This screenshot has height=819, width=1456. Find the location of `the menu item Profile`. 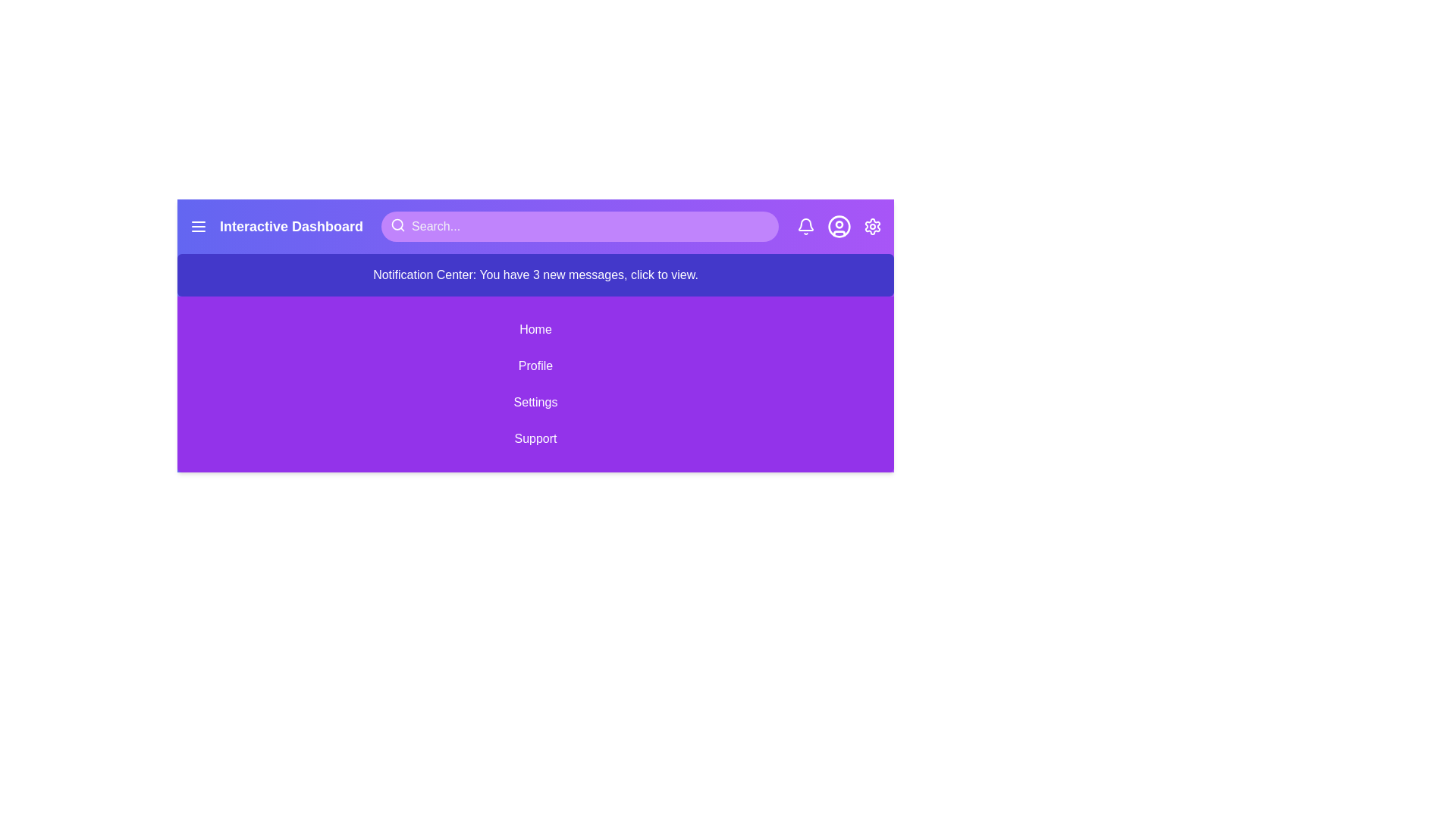

the menu item Profile is located at coordinates (535, 366).